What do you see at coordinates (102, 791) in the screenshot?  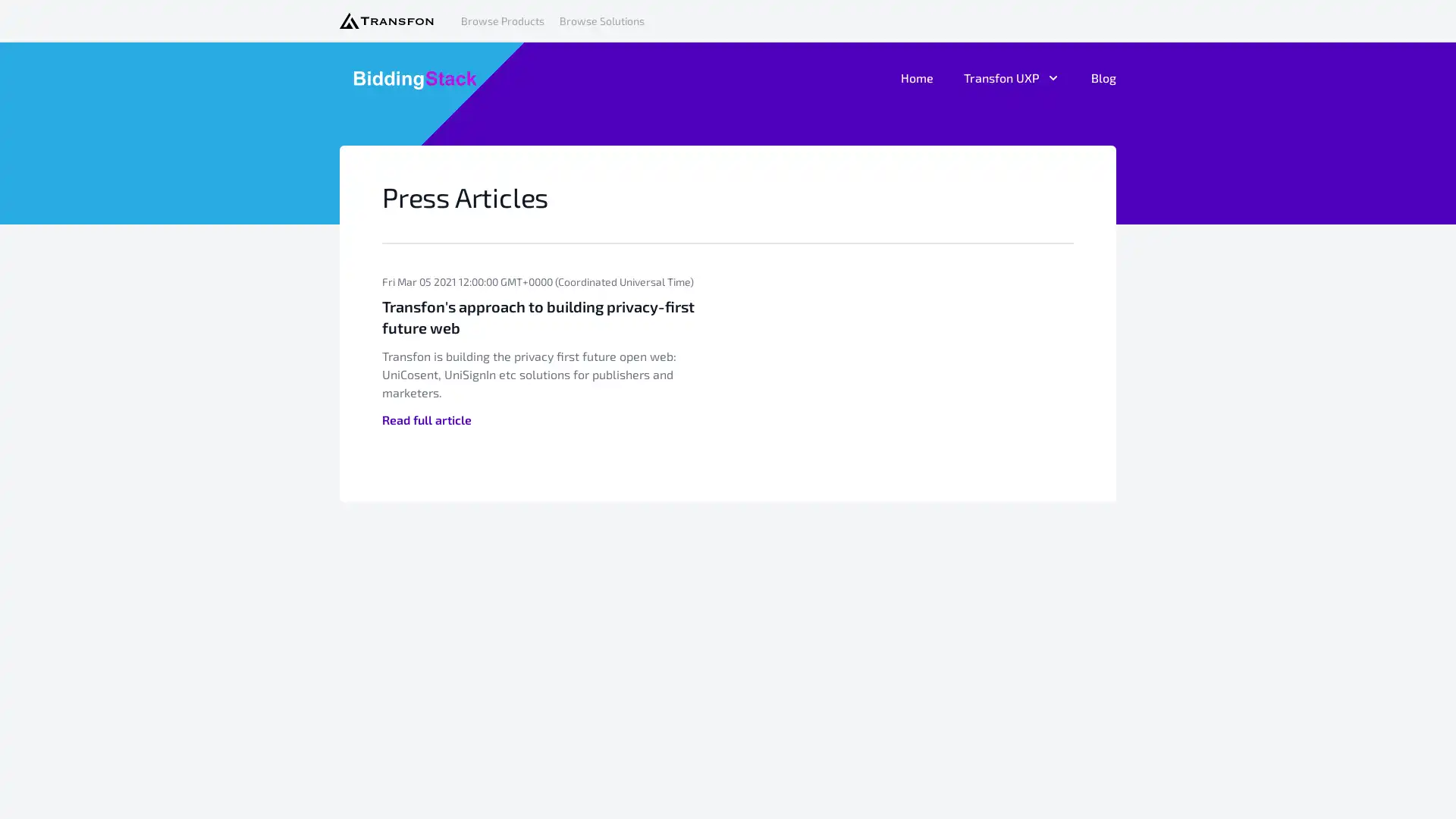 I see `Do Not Sell My Data` at bounding box center [102, 791].